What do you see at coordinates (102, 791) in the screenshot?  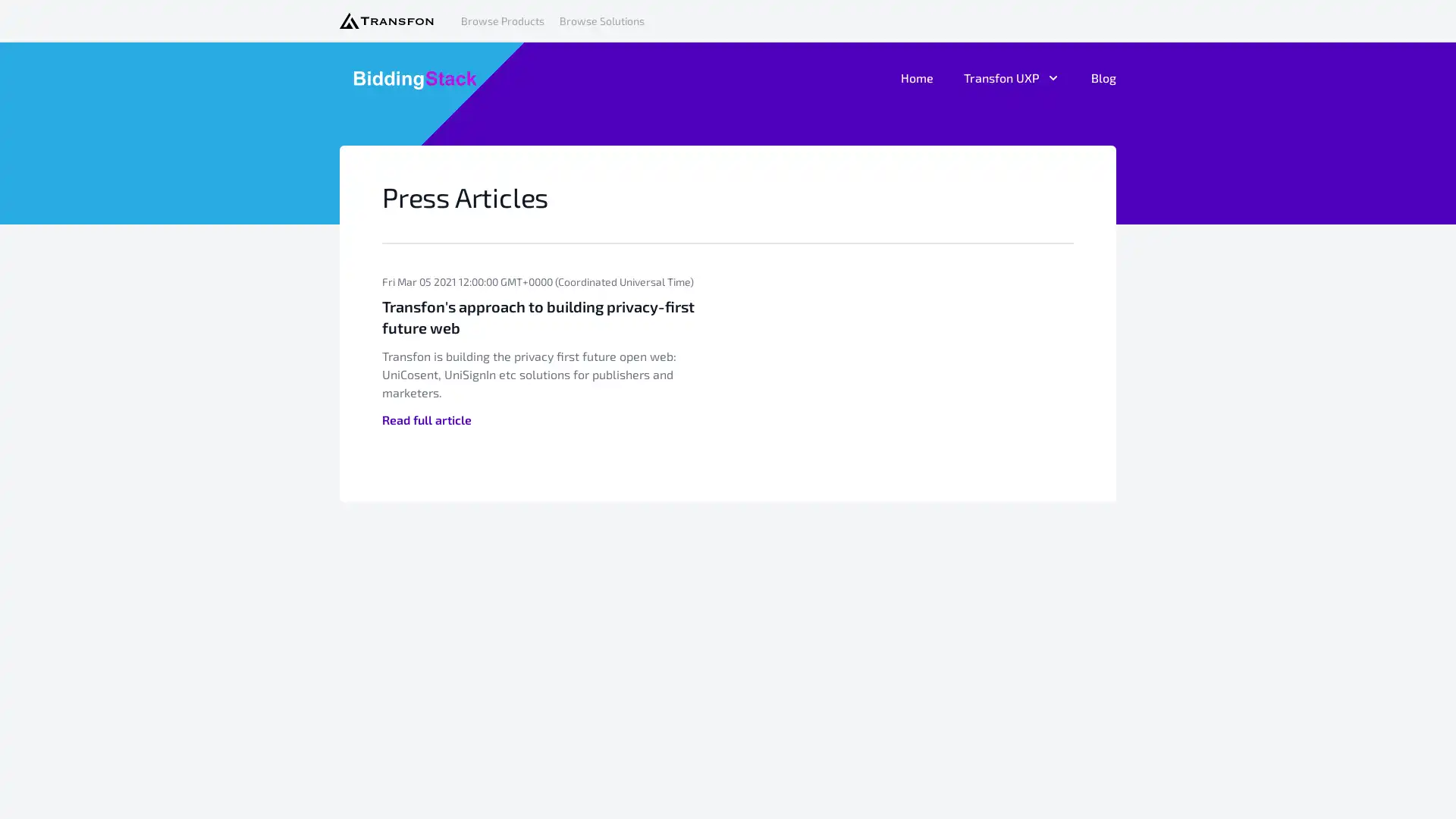 I see `Do Not Sell My Data` at bounding box center [102, 791].